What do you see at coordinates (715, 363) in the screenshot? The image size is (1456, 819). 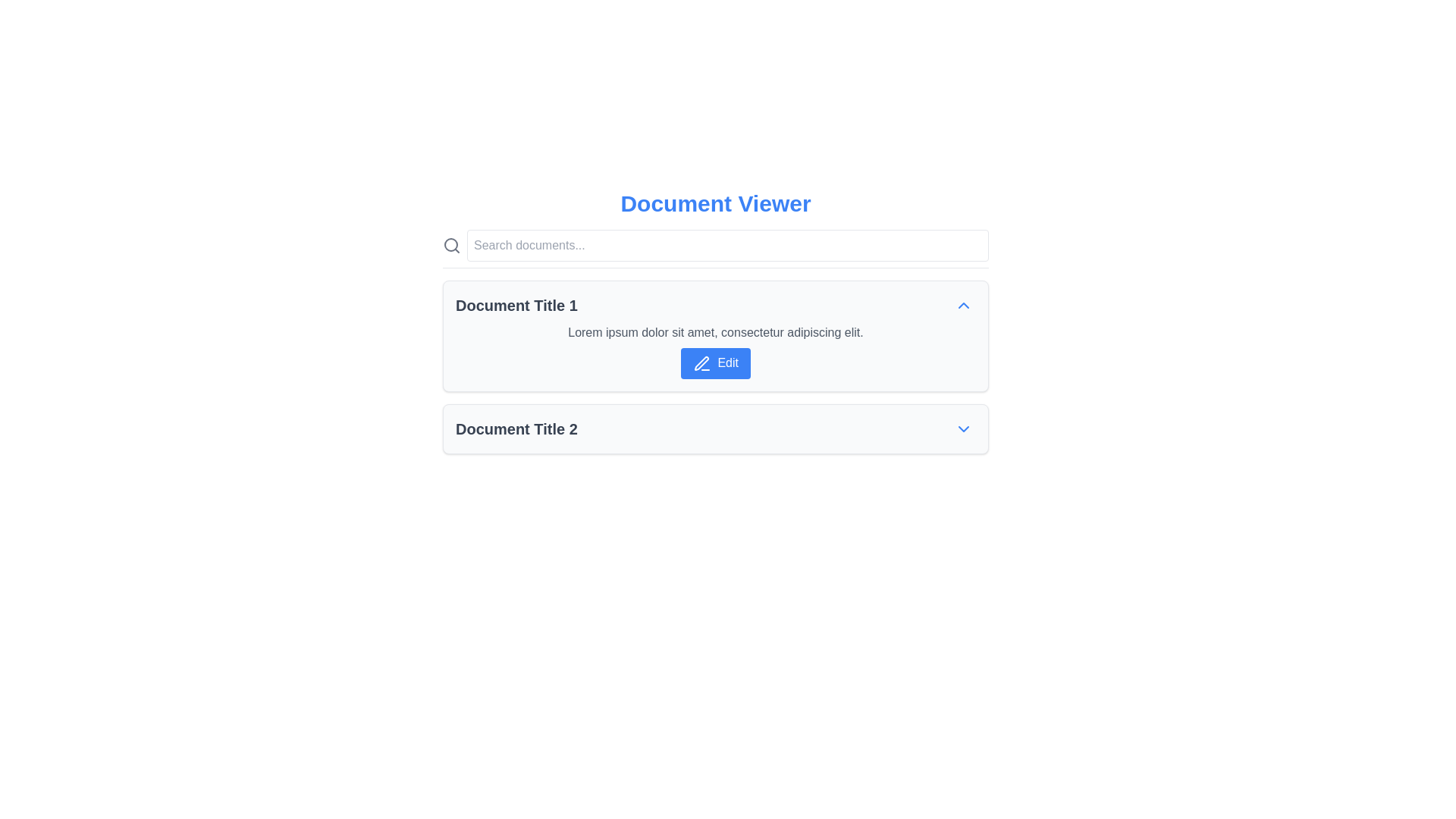 I see `the 'Edit' button with a blue background and white text, located within the 'Document Title 1' card` at bounding box center [715, 363].